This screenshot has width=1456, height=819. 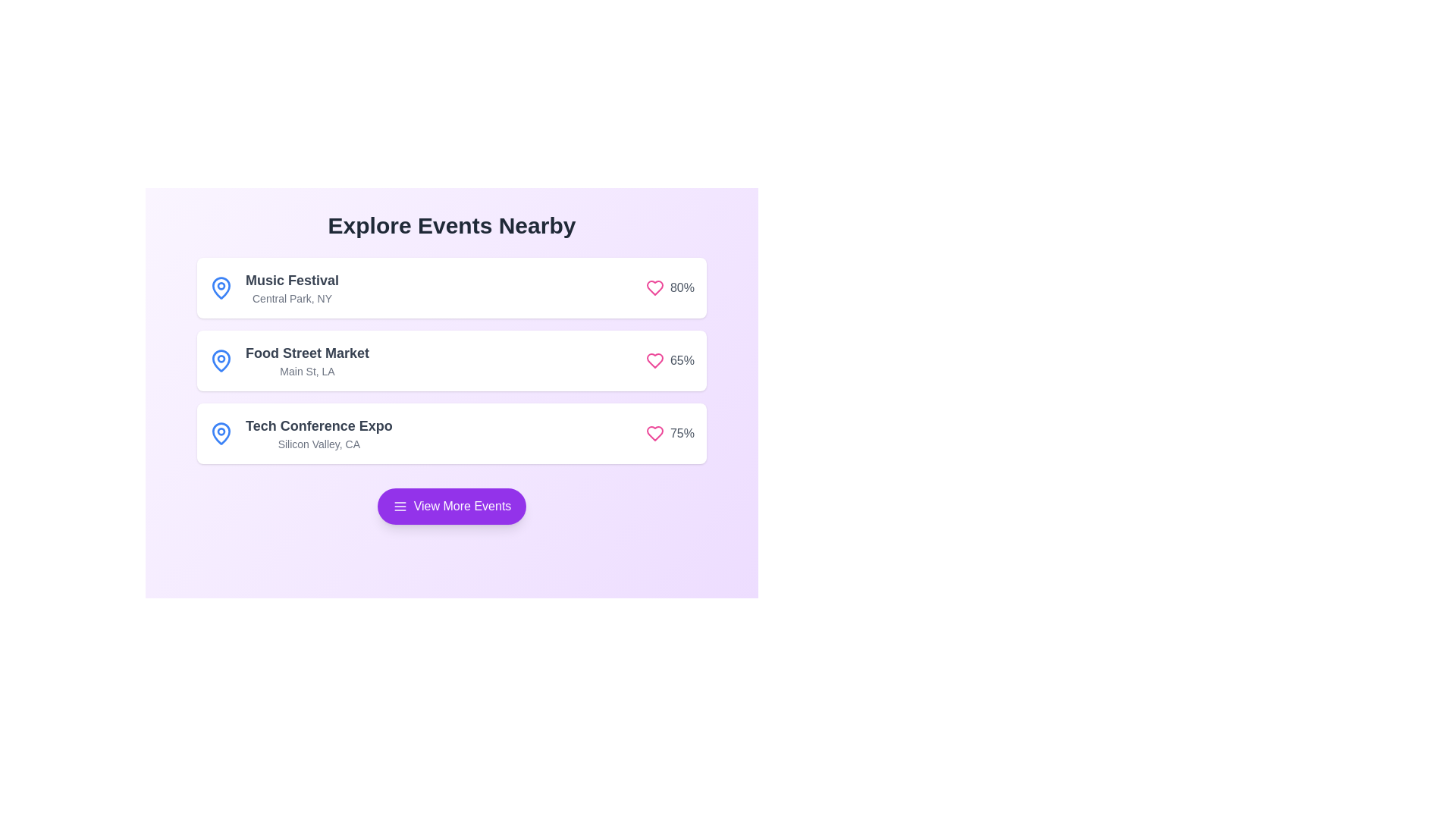 What do you see at coordinates (400, 506) in the screenshot?
I see `menu options icon located inside the purple rounded button labeled 'View More Events' by clicking on it` at bounding box center [400, 506].